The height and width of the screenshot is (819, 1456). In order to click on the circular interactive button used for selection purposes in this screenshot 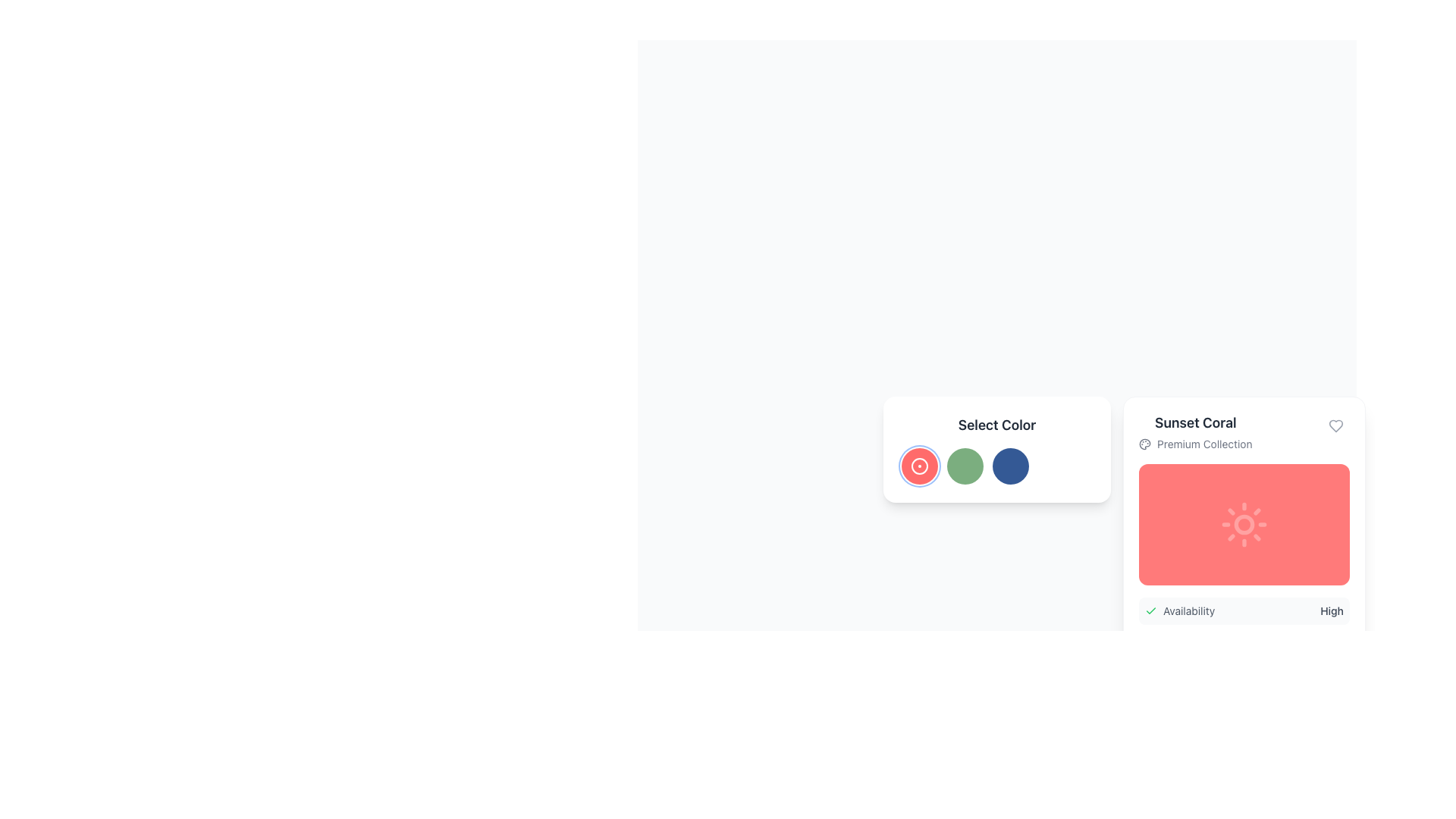, I will do `click(1011, 465)`.